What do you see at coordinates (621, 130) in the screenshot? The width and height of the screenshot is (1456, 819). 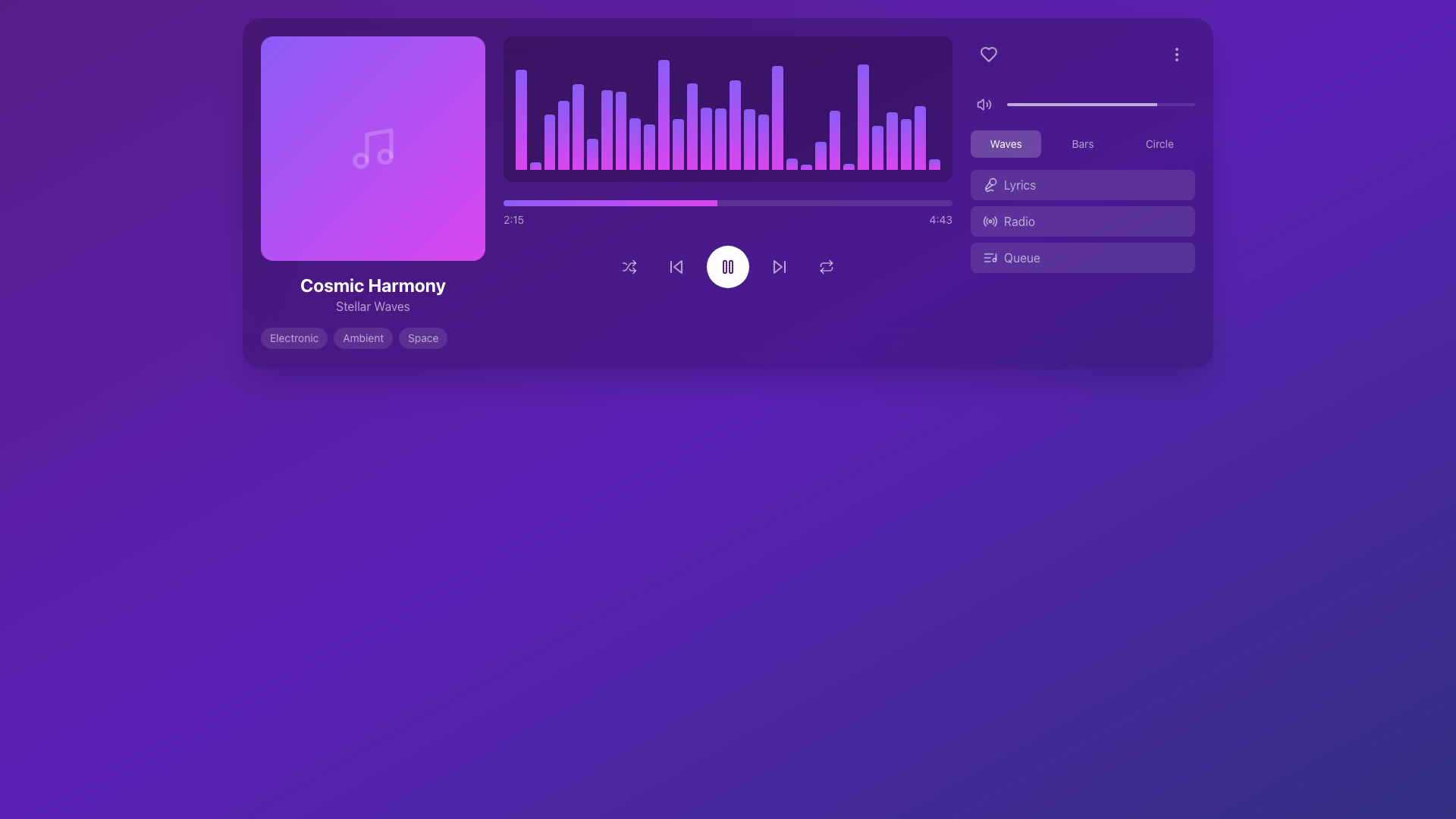 I see `the eighth bar in the bar chart that represents a specific value or measurement` at bounding box center [621, 130].